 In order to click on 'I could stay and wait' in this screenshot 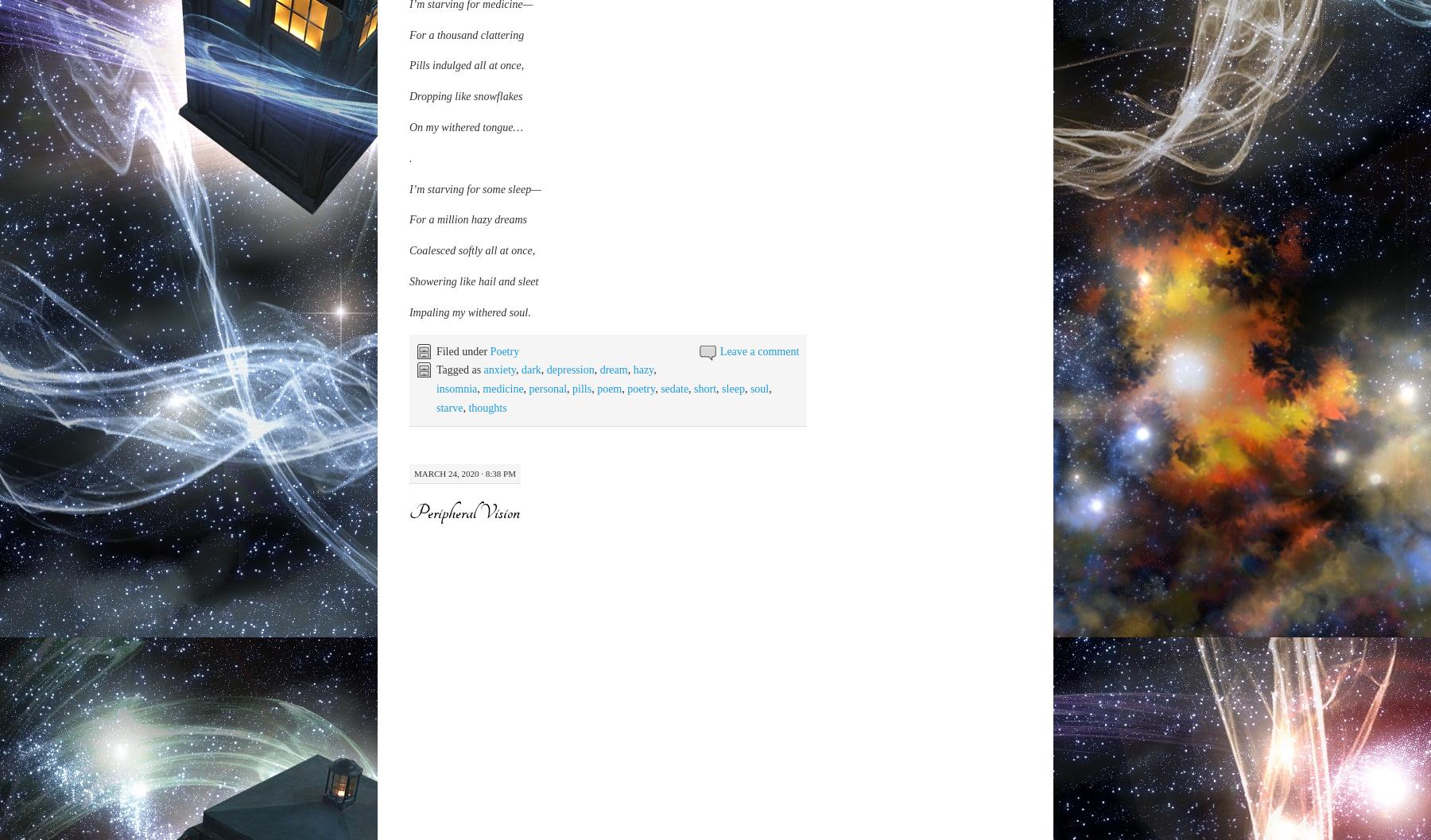, I will do `click(455, 737)`.